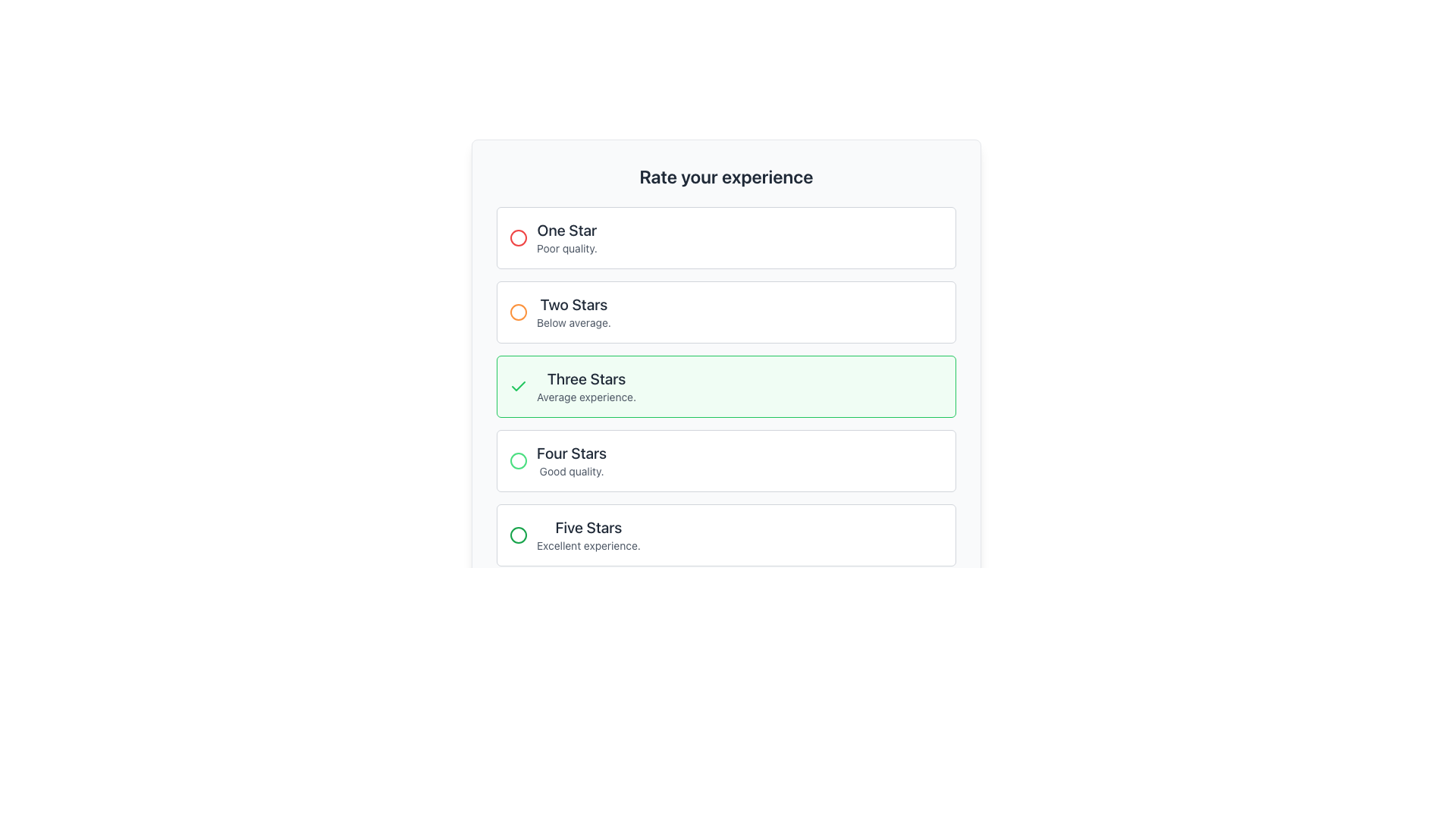 The image size is (1456, 819). I want to click on the circular icon representing the 'Two Stars' rating option, which is centrally aligned on the left side of the rating section, so click(519, 312).